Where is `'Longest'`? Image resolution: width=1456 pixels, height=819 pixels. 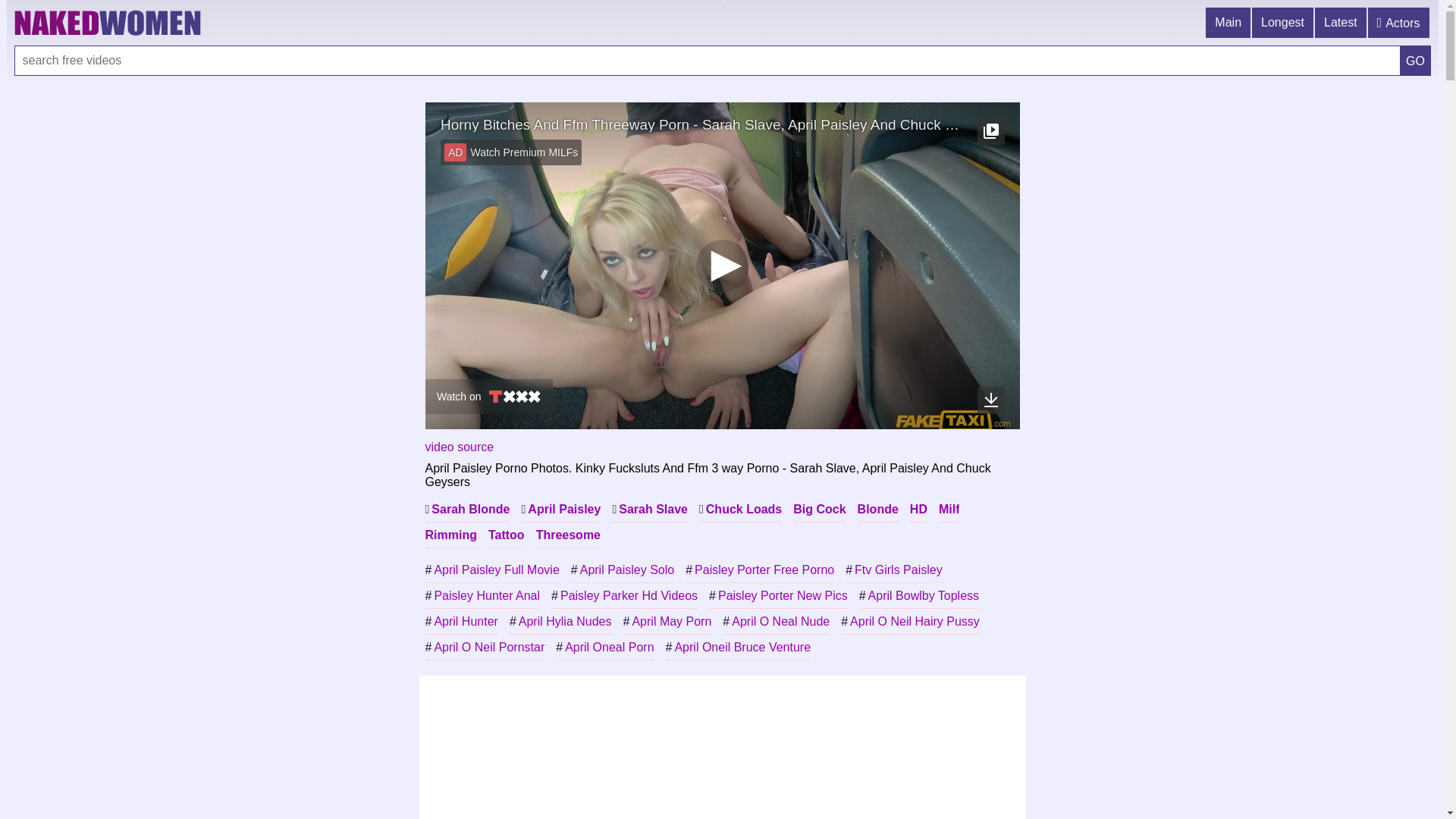 'Longest' is located at coordinates (1282, 23).